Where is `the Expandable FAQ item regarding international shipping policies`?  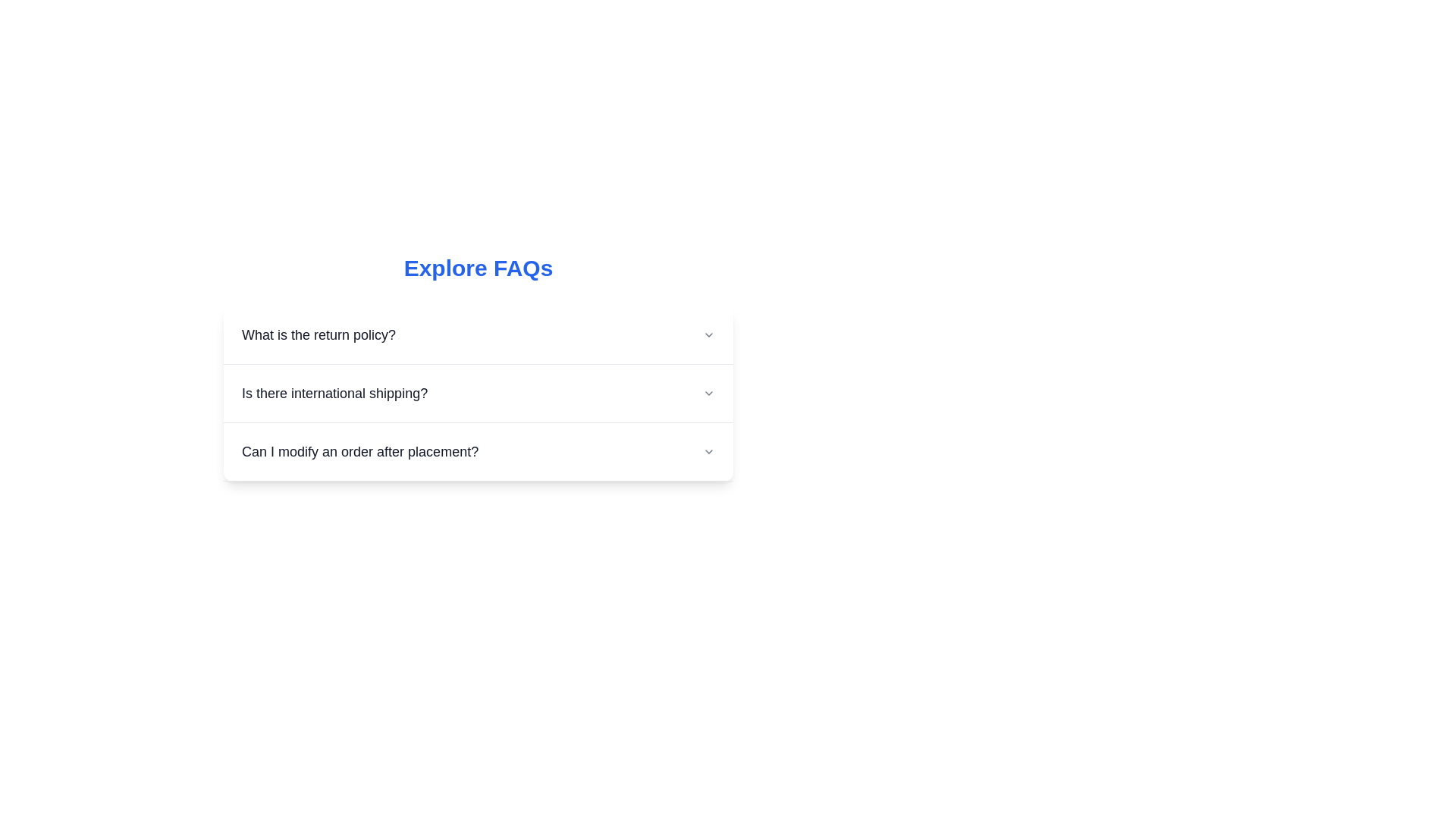 the Expandable FAQ item regarding international shipping policies is located at coordinates (477, 393).